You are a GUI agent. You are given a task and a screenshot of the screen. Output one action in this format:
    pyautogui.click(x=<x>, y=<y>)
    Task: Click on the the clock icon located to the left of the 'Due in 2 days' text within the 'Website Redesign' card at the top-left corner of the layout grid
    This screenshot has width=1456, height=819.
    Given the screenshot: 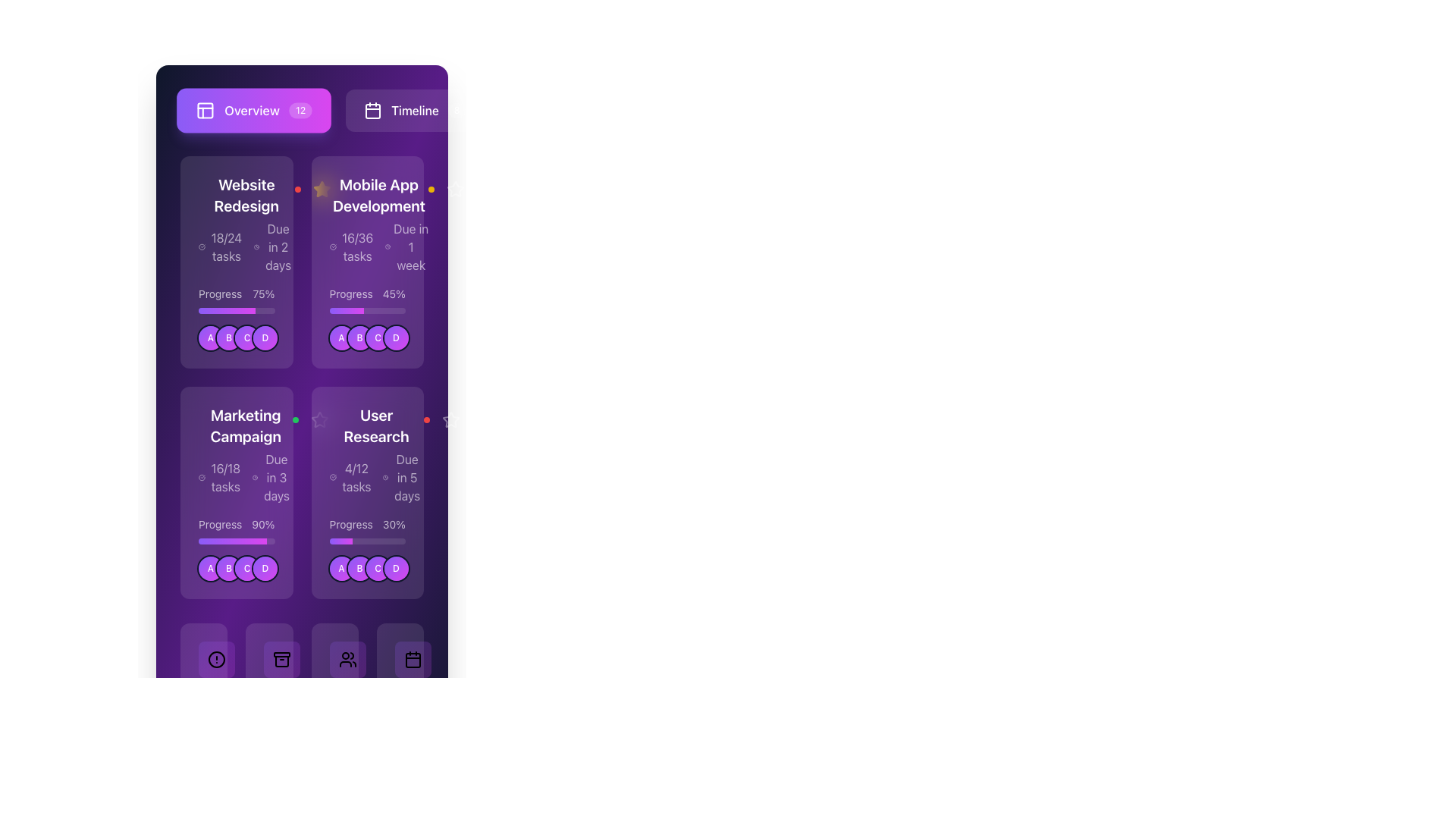 What is the action you would take?
    pyautogui.click(x=256, y=246)
    